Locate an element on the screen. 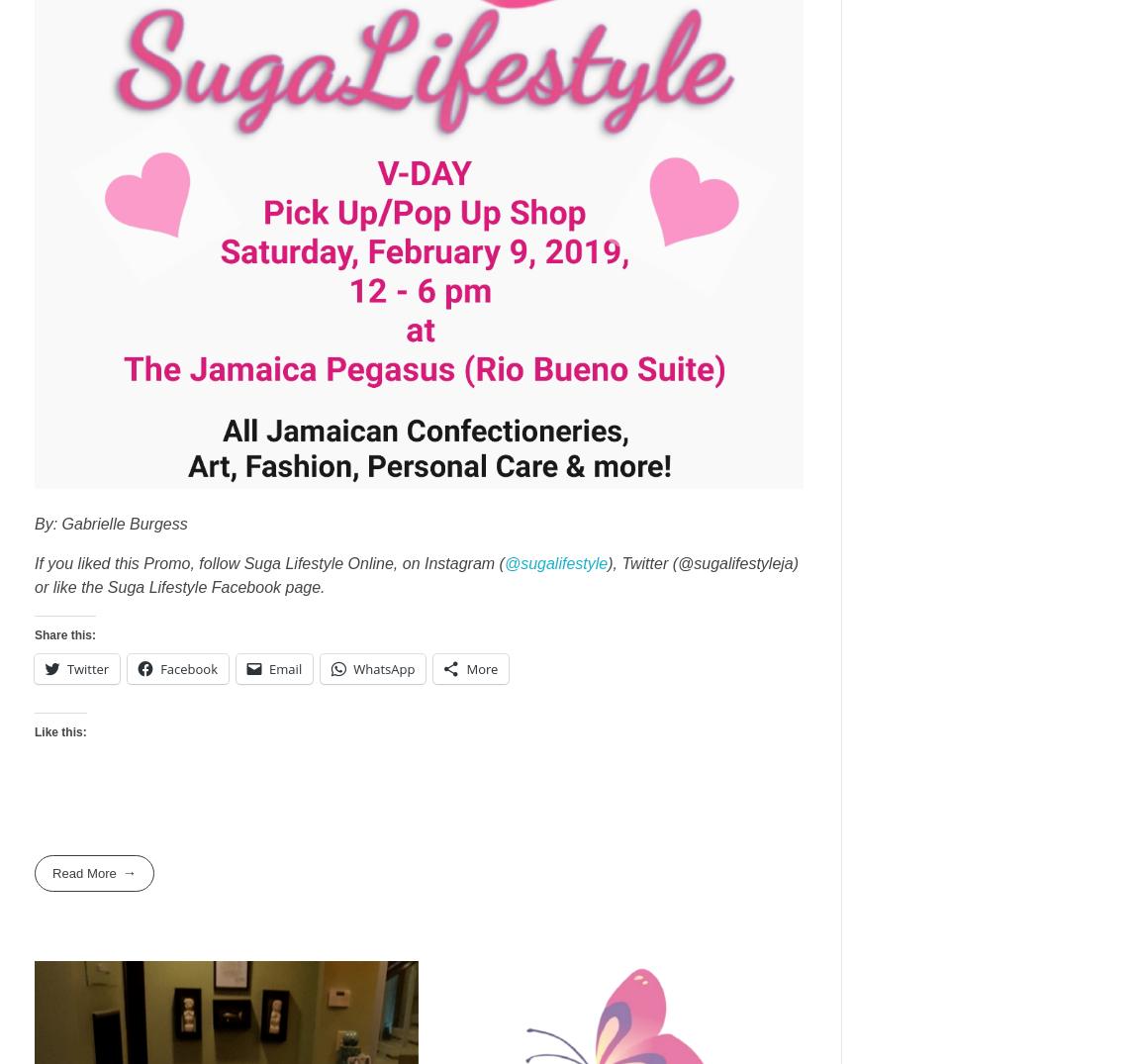 The height and width of the screenshot is (1064, 1138). 'Read More' is located at coordinates (82, 871).